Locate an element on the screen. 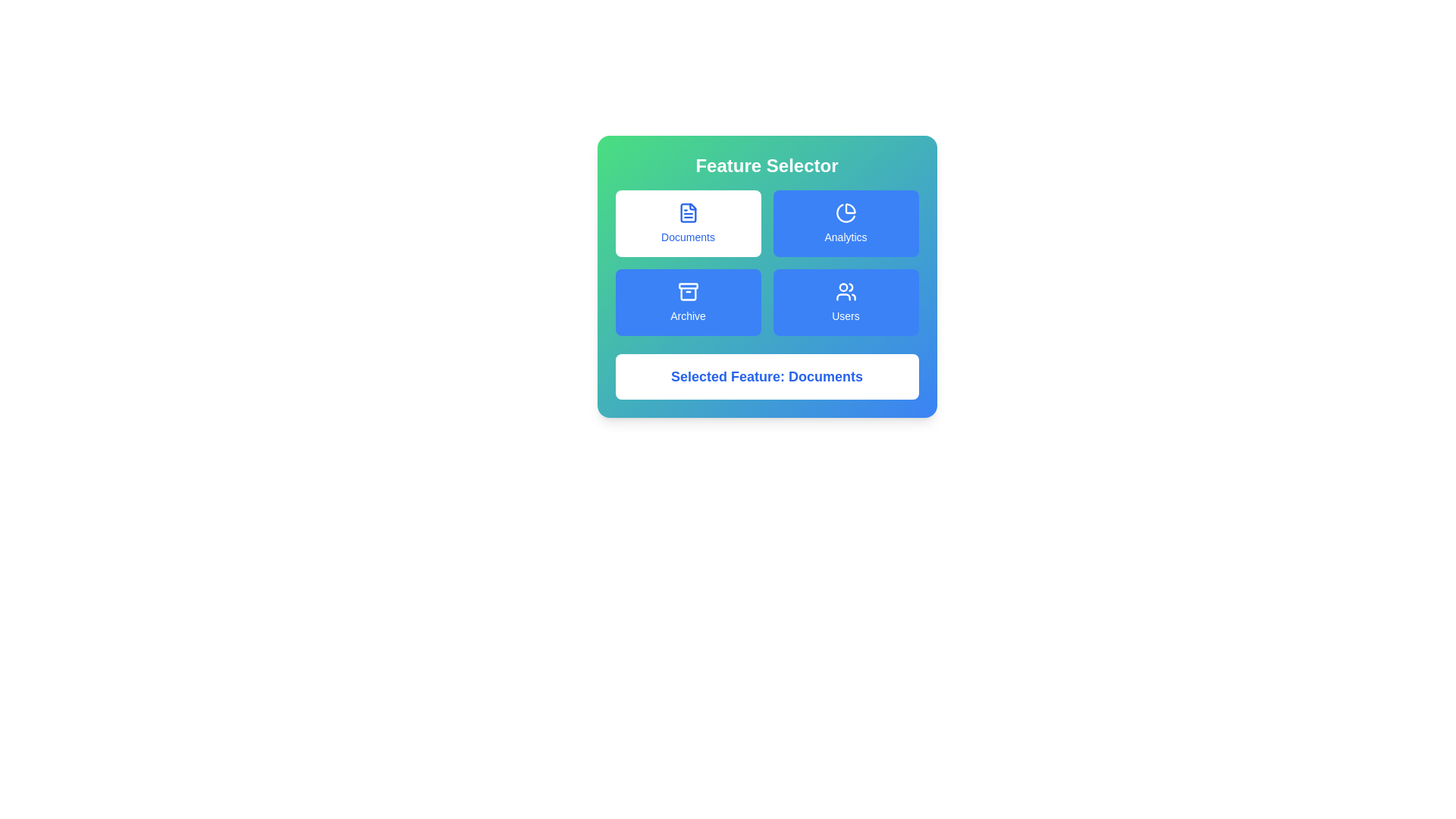 The width and height of the screenshot is (1456, 819). the 'Users' feature selector button, which has a blue background and is located in the lower-right of a 2x2 grid layout is located at coordinates (845, 292).